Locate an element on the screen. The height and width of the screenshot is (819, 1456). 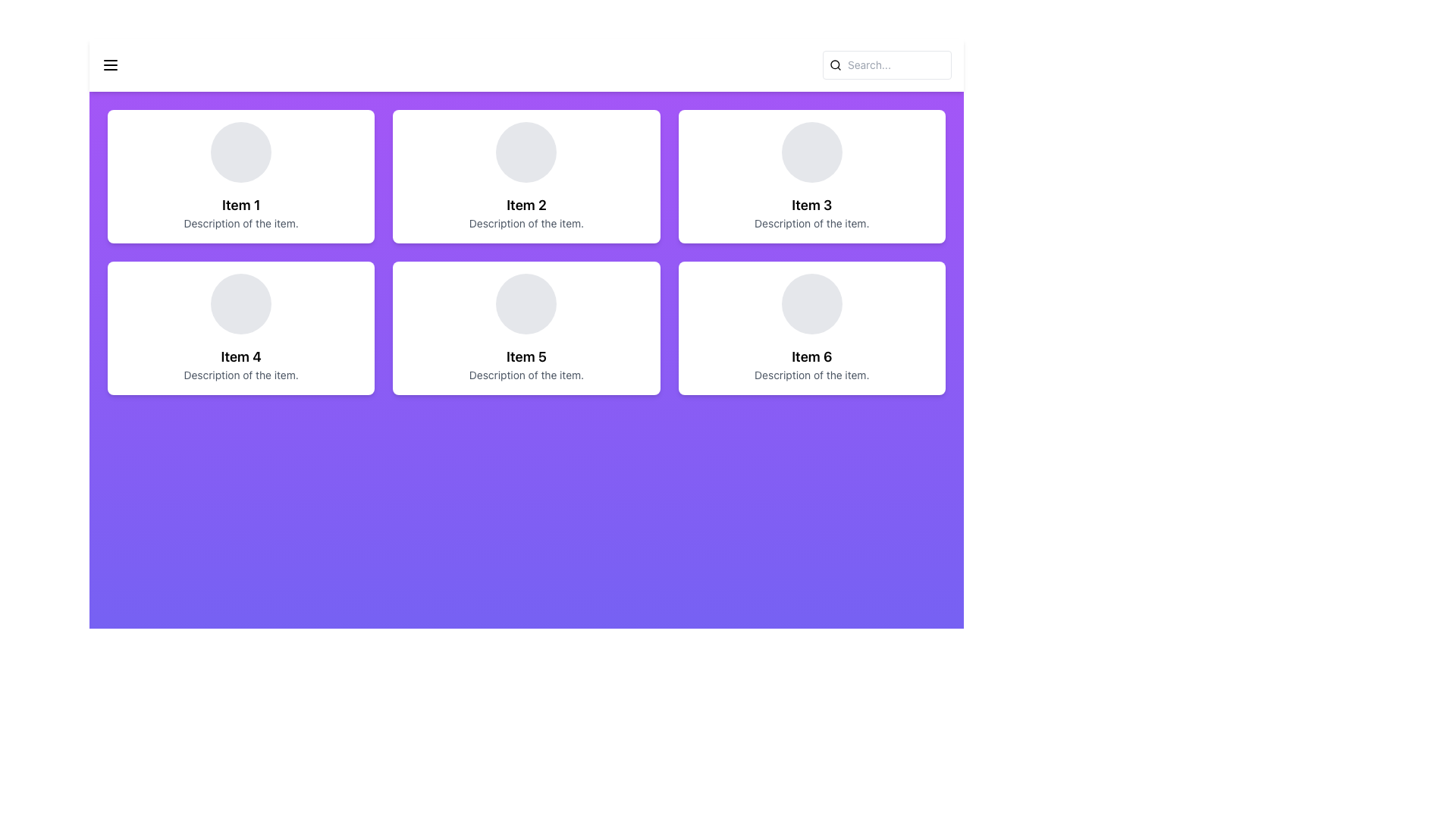
the heading text label displaying 'Item 3' to highlight it is located at coordinates (811, 205).